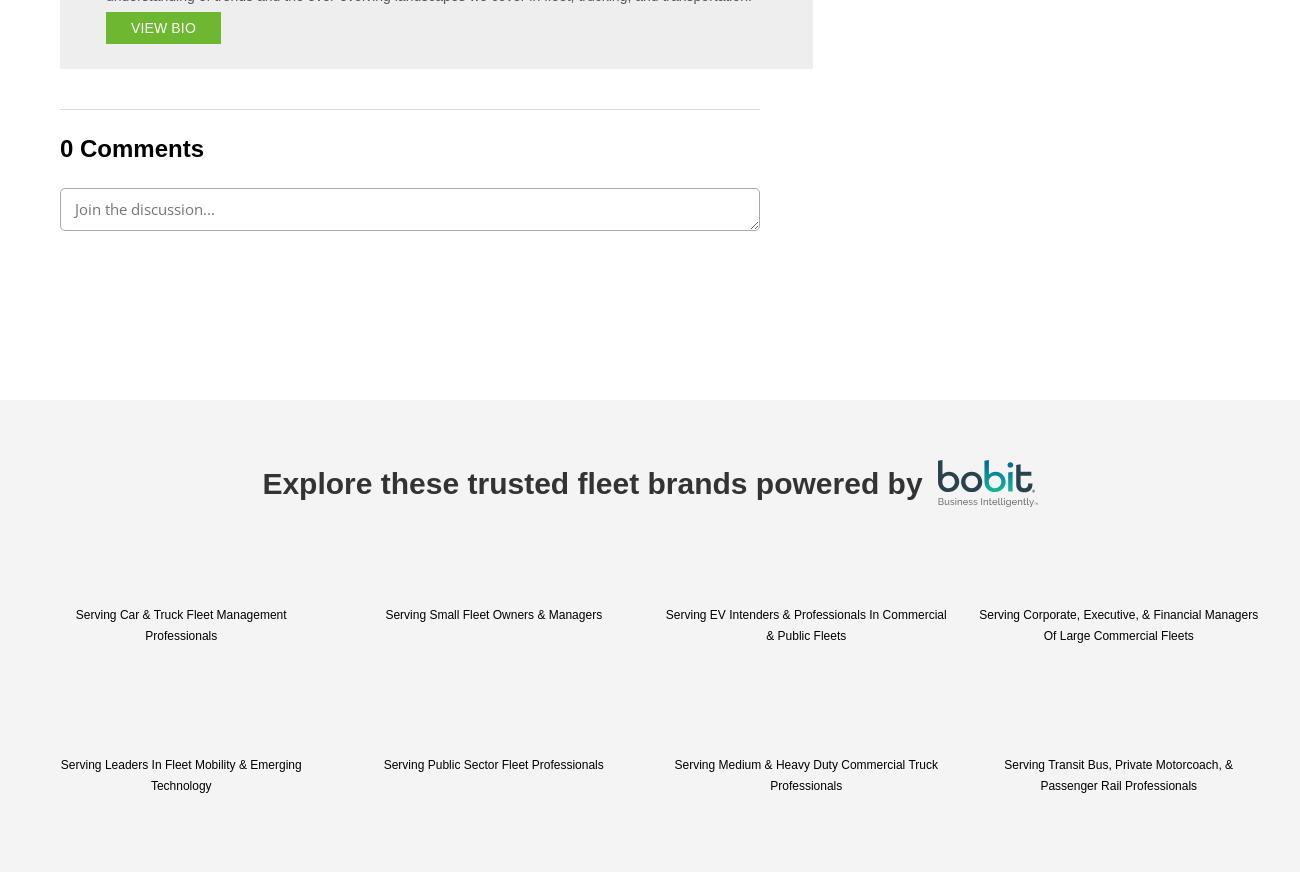  I want to click on 'Explore these trusted fleet brands powered by', so click(591, 482).